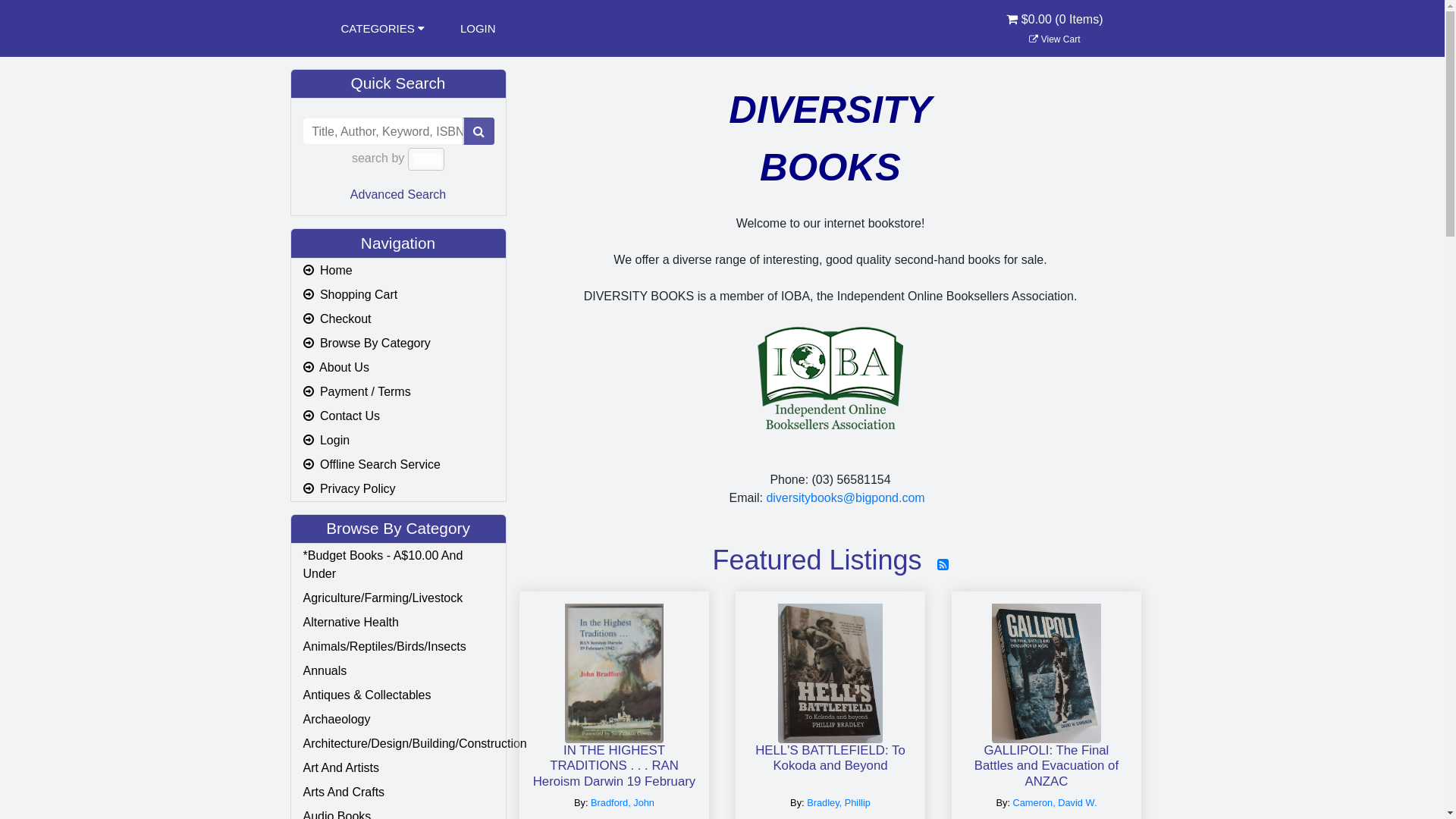 The width and height of the screenshot is (1456, 819). I want to click on 'CATEGORIES ', so click(382, 28).